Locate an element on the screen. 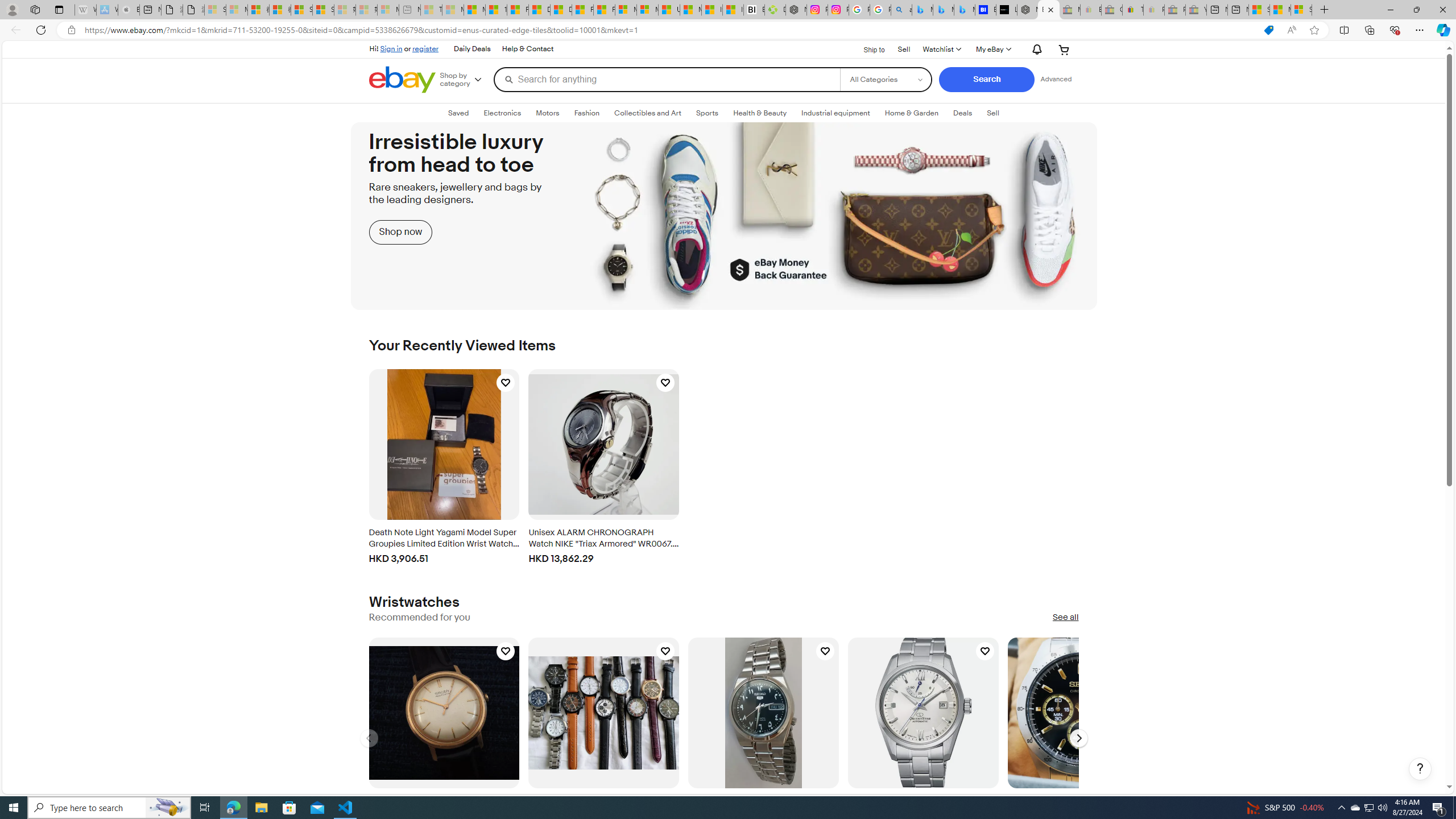 This screenshot has width=1456, height=819. 'See all' is located at coordinates (1065, 617).